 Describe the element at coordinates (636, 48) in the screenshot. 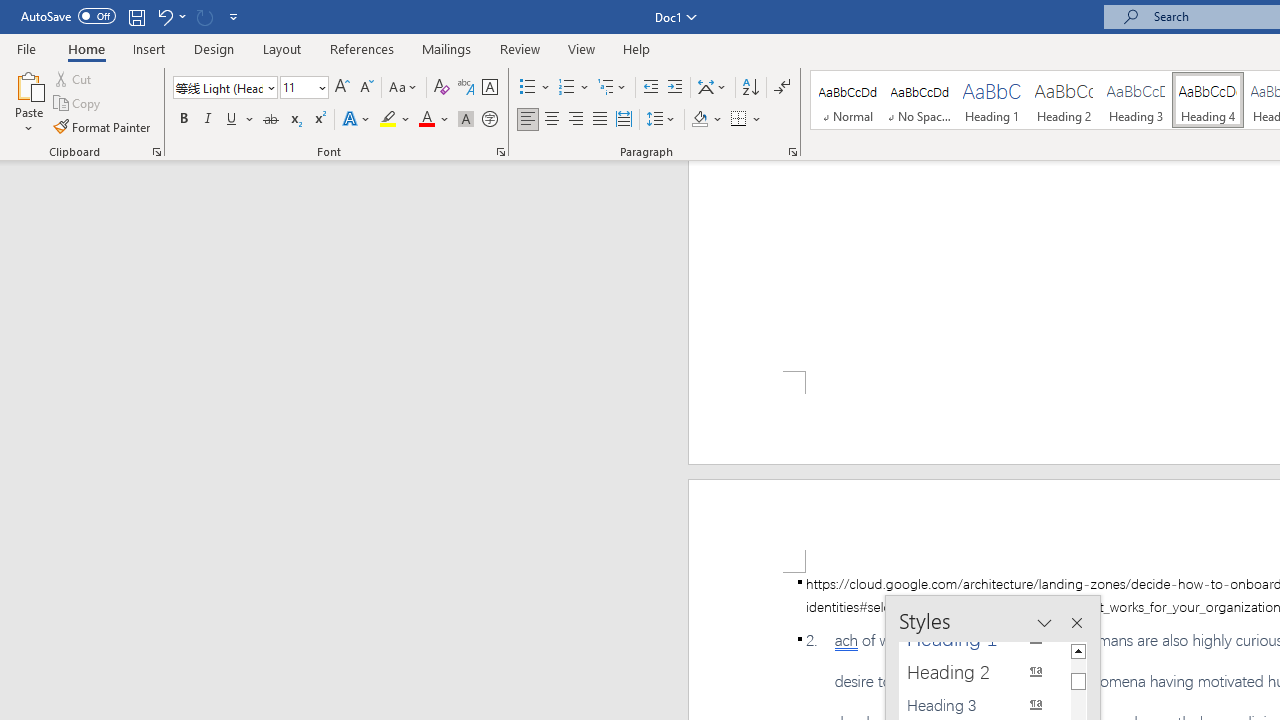

I see `'Help'` at that location.